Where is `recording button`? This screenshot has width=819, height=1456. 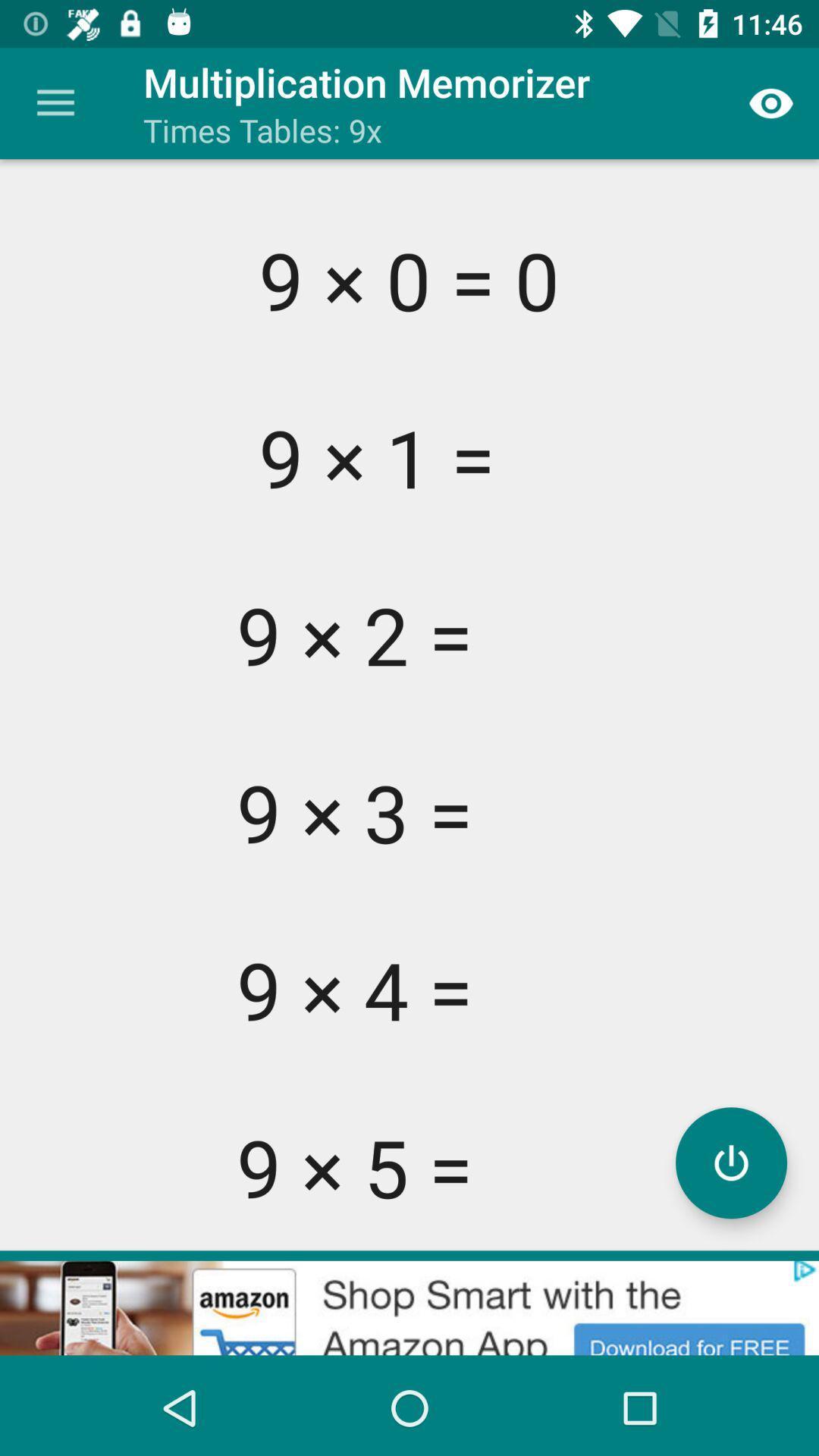 recording button is located at coordinates (730, 1162).